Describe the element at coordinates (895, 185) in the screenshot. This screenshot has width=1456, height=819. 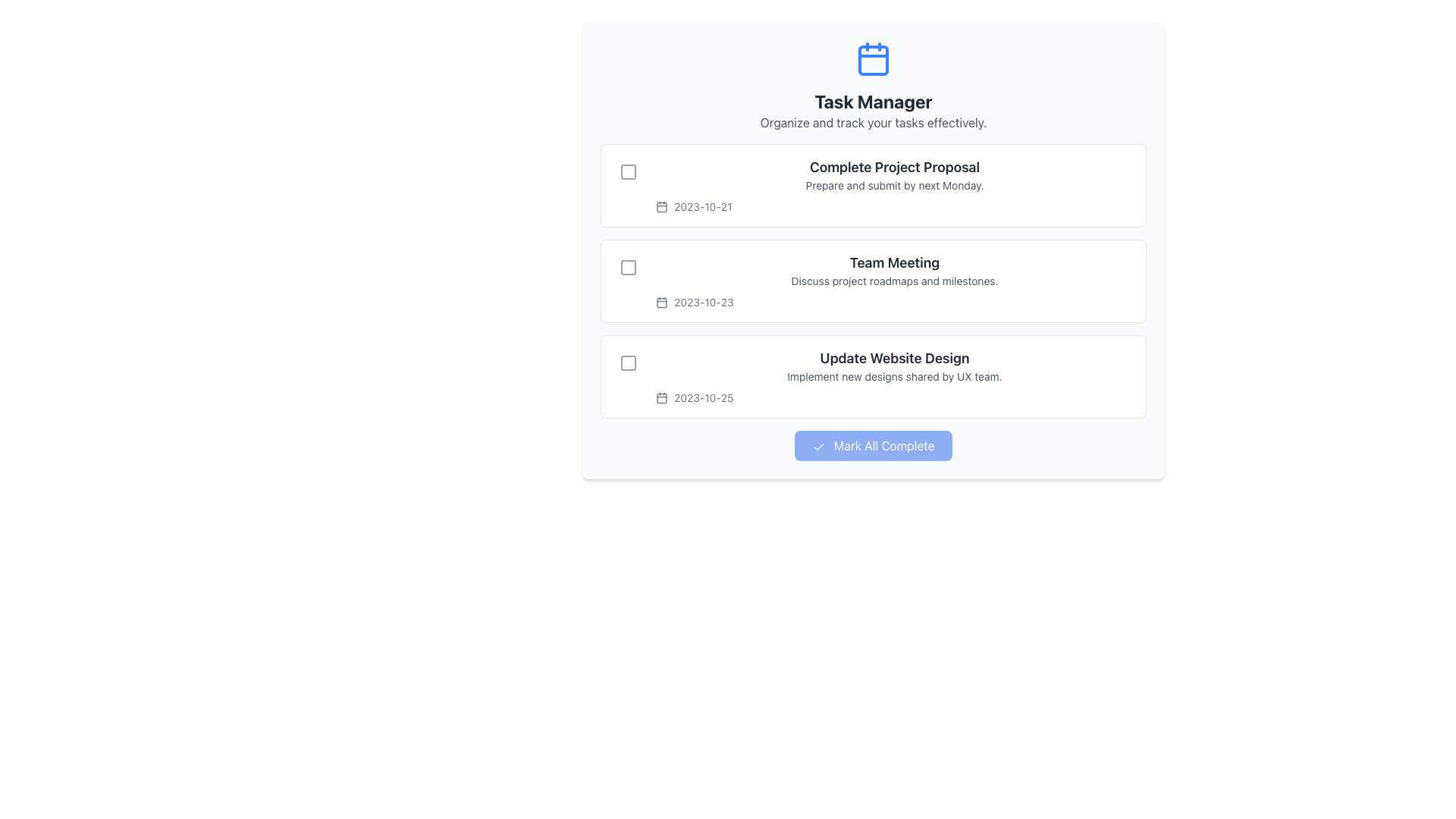
I see `the static text providing note or deadline details for the project proposal task, located below the title 'Complete Project Proposal' in the task card` at that location.